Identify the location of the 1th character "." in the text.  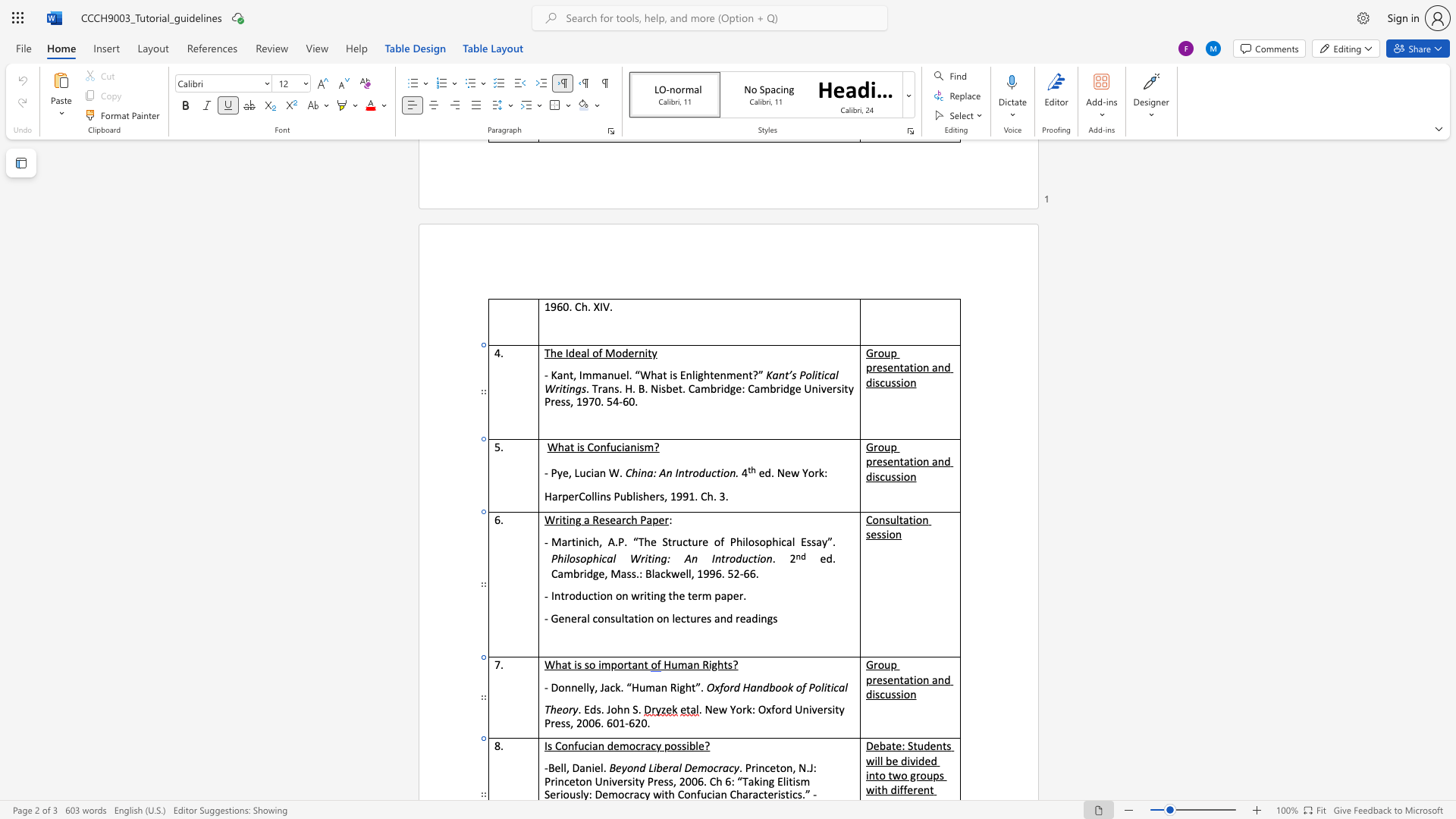
(741, 767).